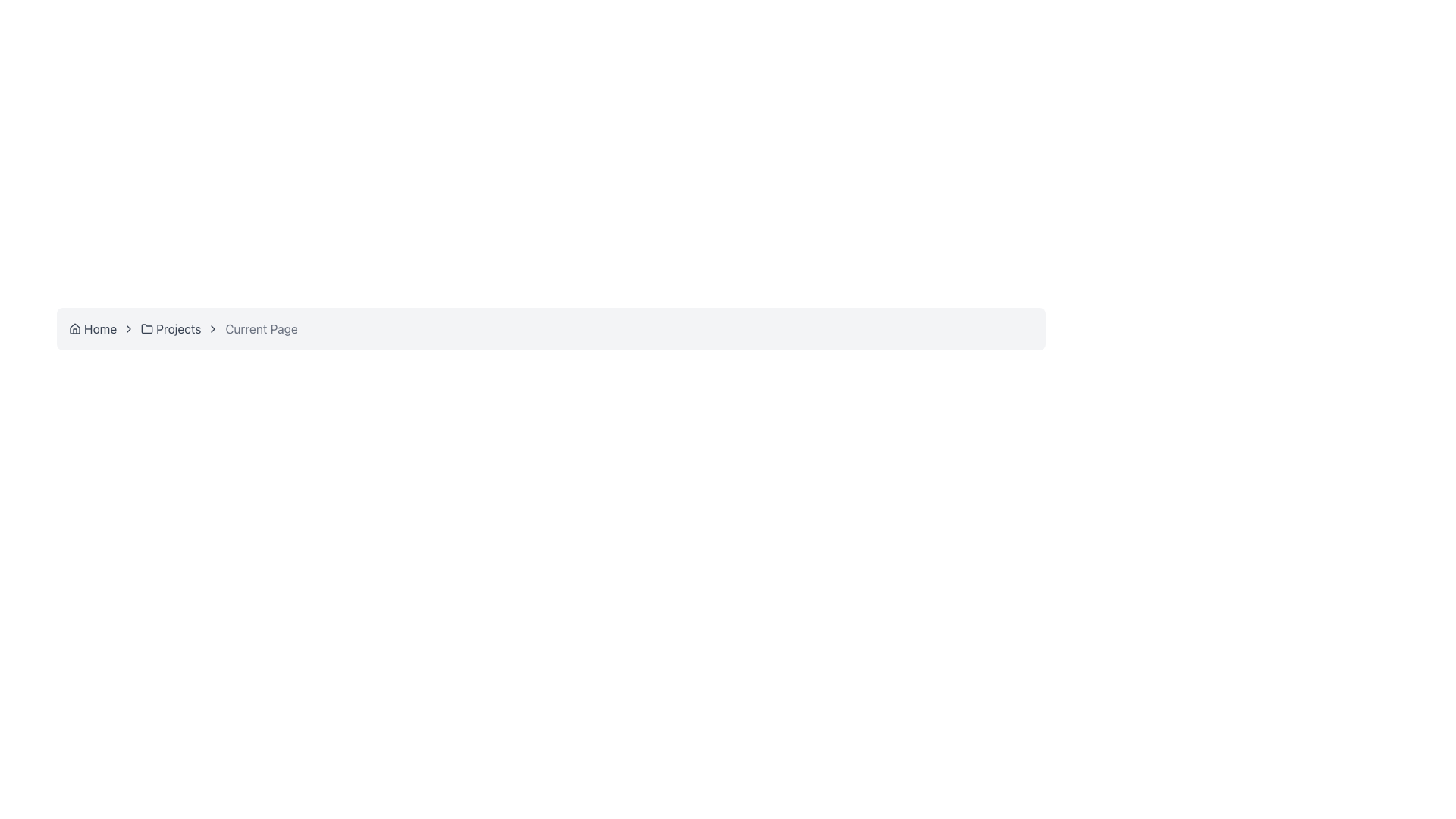 This screenshot has height=819, width=1456. What do you see at coordinates (178, 328) in the screenshot?
I see `the 'Projects' text link in the breadcrumb navigation bar` at bounding box center [178, 328].